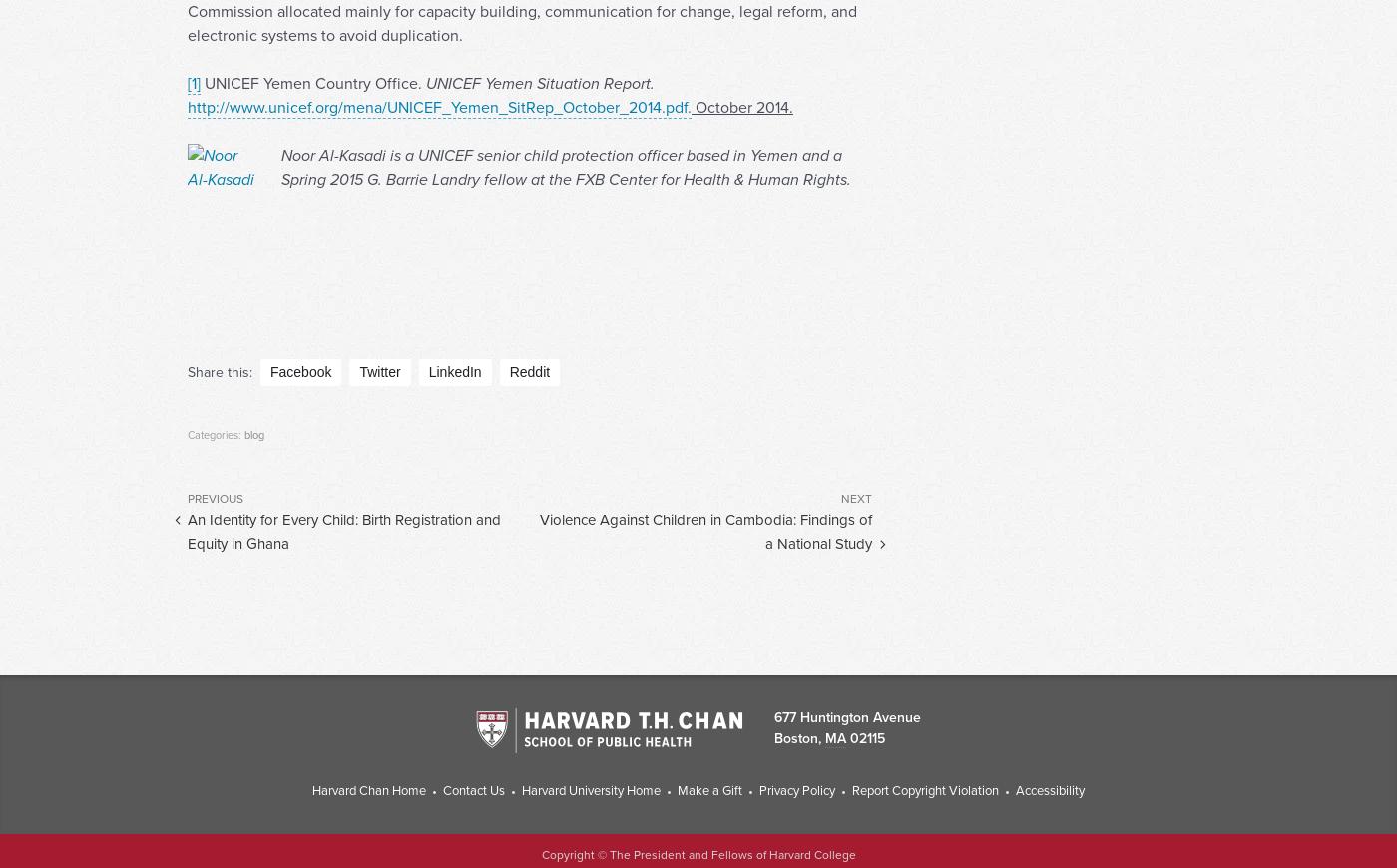 The height and width of the screenshot is (868, 1397). Describe the element at coordinates (856, 536) in the screenshot. I see `'Next'` at that location.